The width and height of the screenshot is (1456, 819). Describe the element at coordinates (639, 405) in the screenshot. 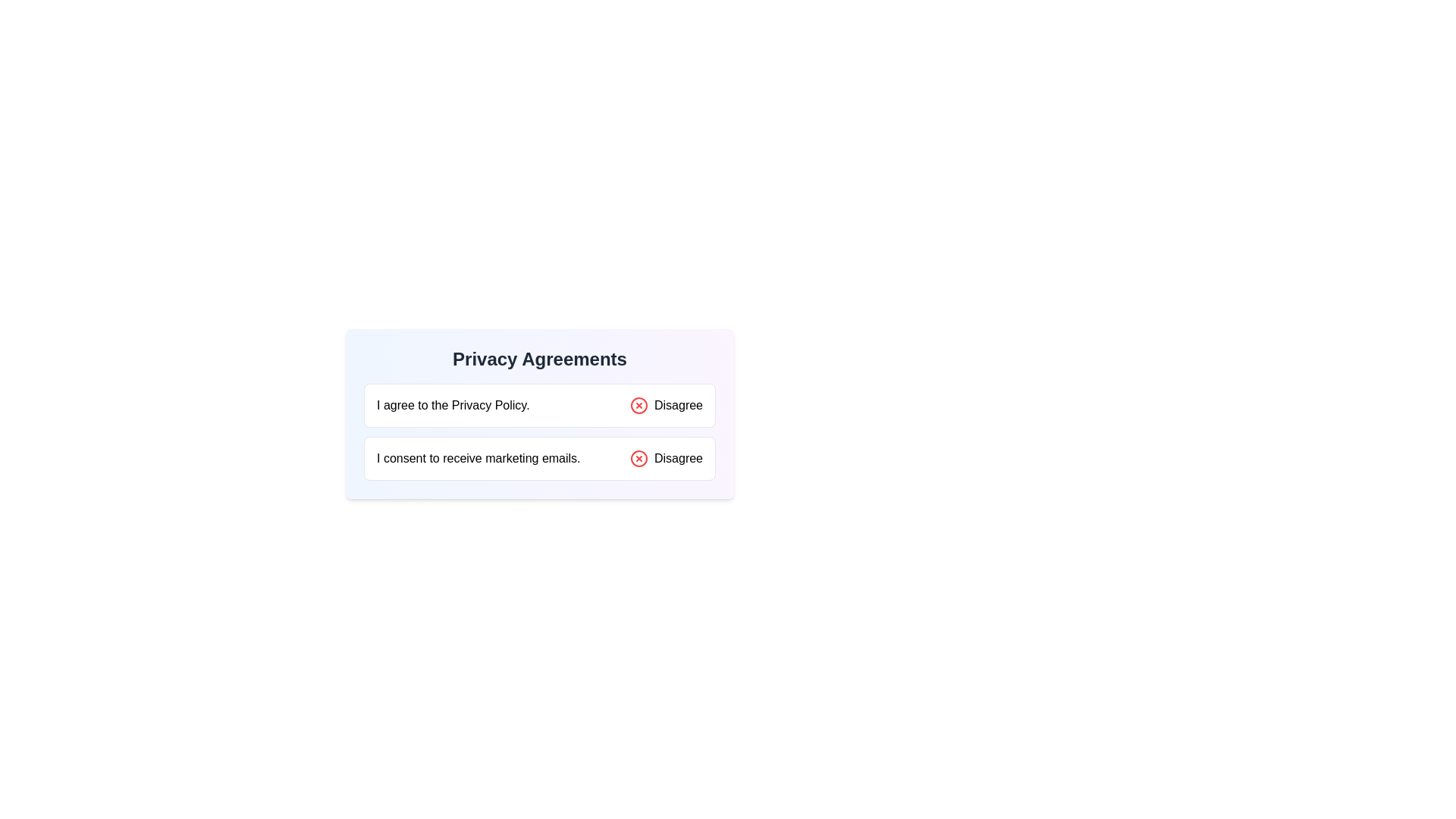

I see `the status of the 'Disagree' icon located on the far-right side of the top row of the list` at that location.